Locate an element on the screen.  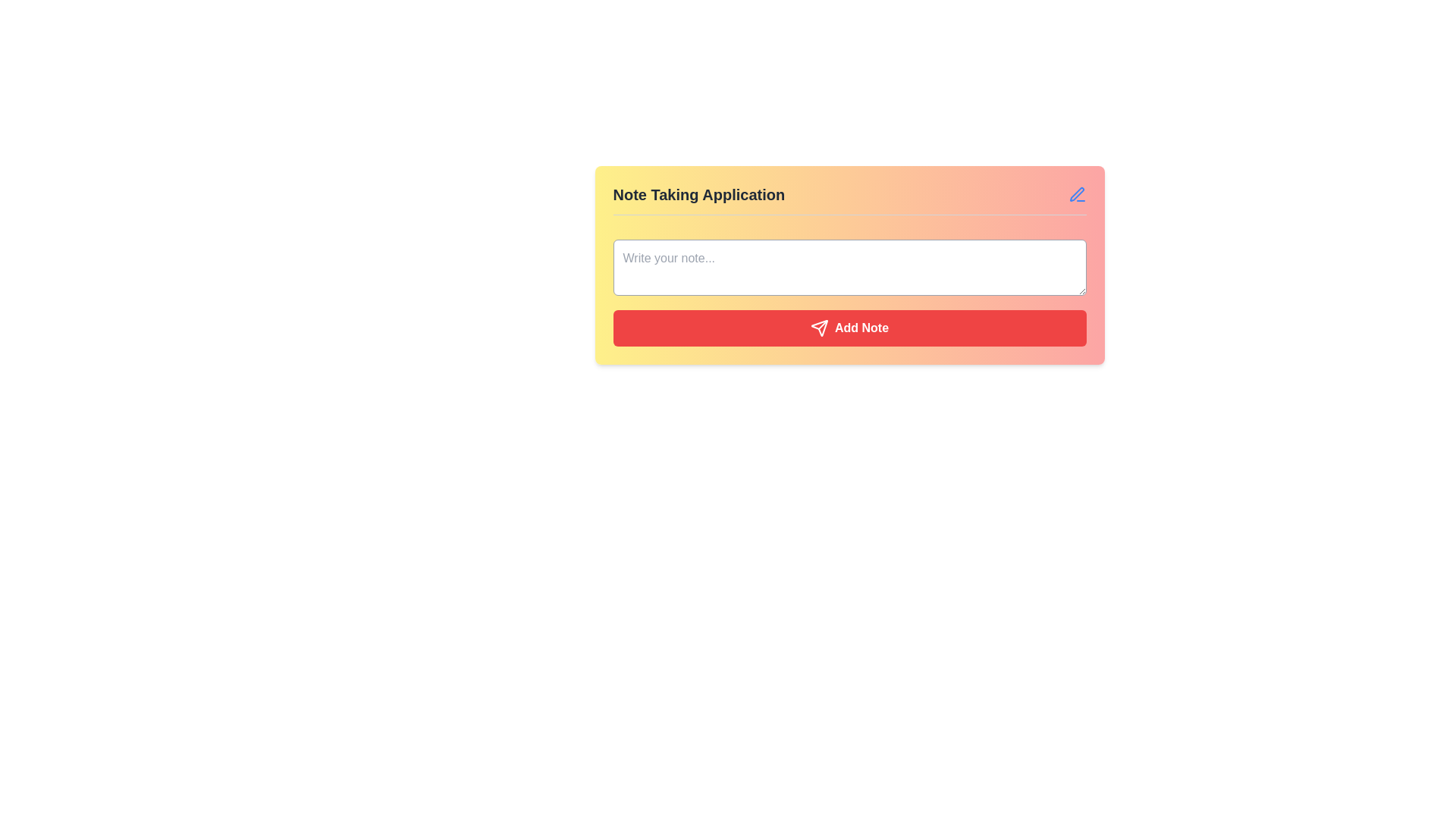
the blue pen icon located in the upper-right corner of the note-taking application is located at coordinates (1076, 194).